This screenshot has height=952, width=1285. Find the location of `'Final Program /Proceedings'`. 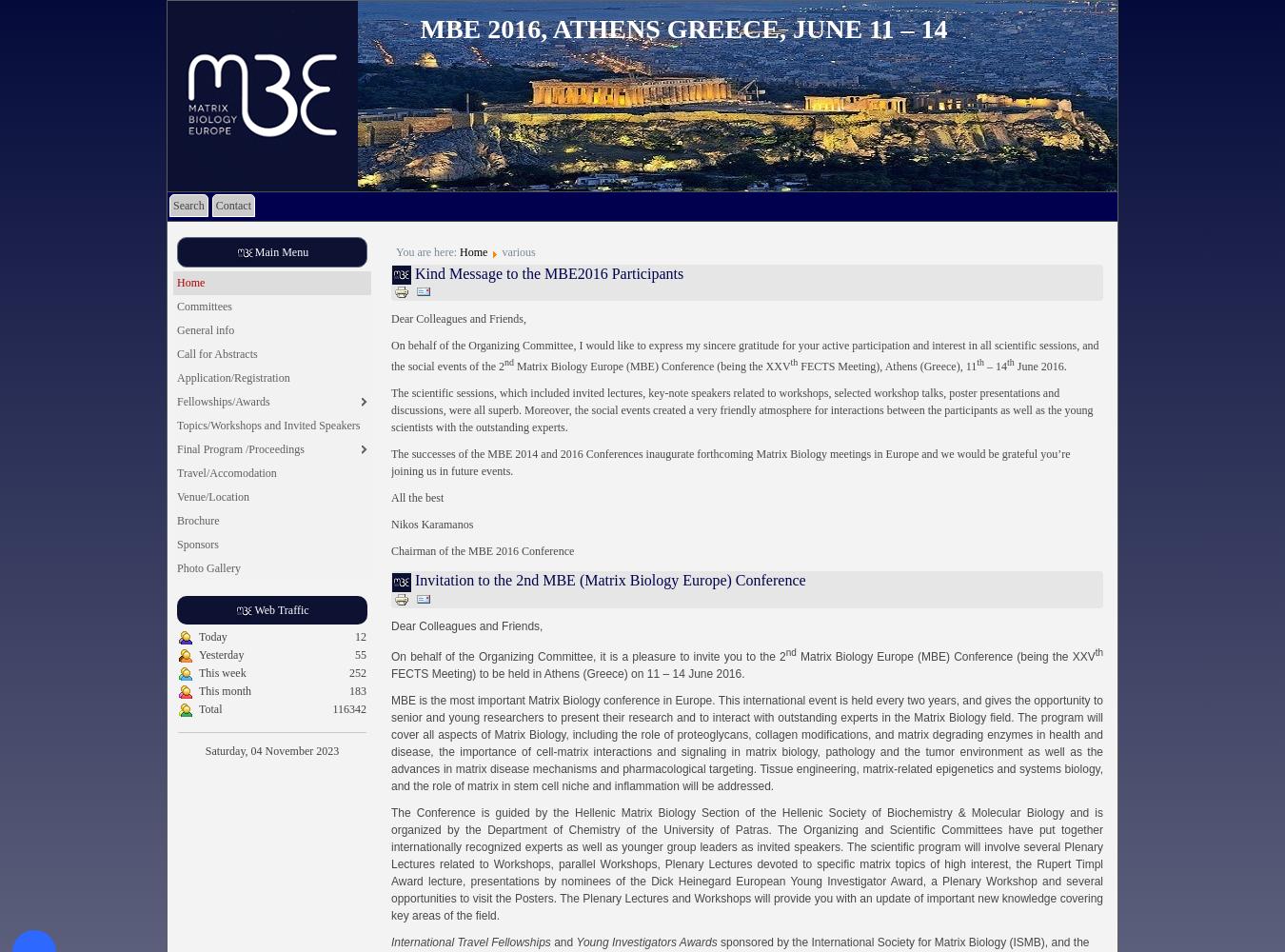

'Final Program /Proceedings' is located at coordinates (239, 448).